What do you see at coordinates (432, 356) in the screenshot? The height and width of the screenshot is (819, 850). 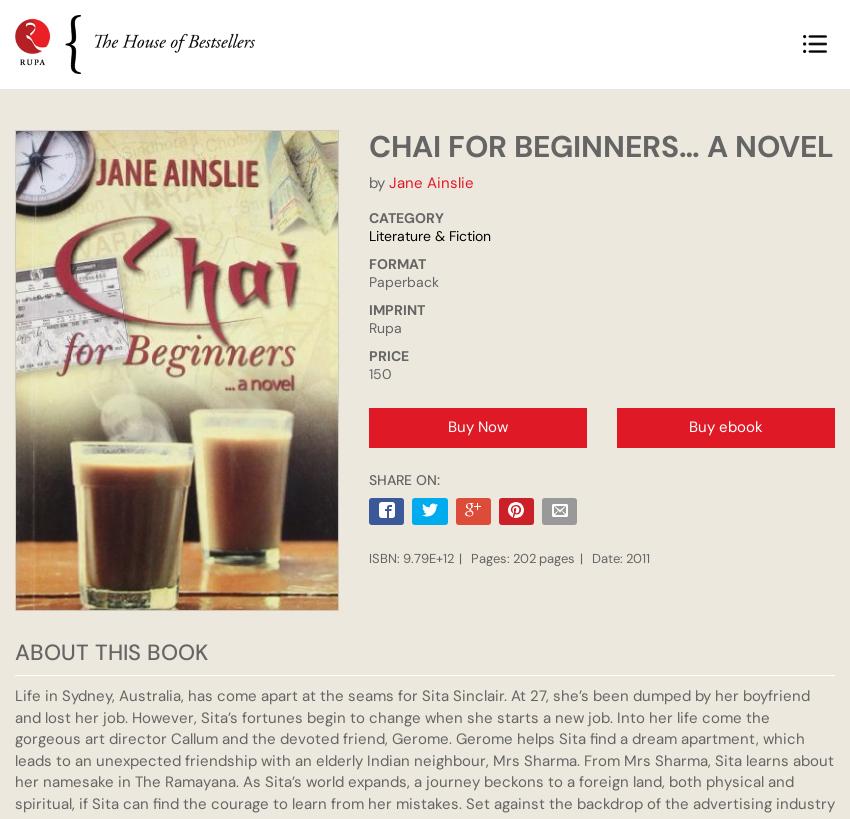 I see `'Bhaswati Mukherjee'` at bounding box center [432, 356].